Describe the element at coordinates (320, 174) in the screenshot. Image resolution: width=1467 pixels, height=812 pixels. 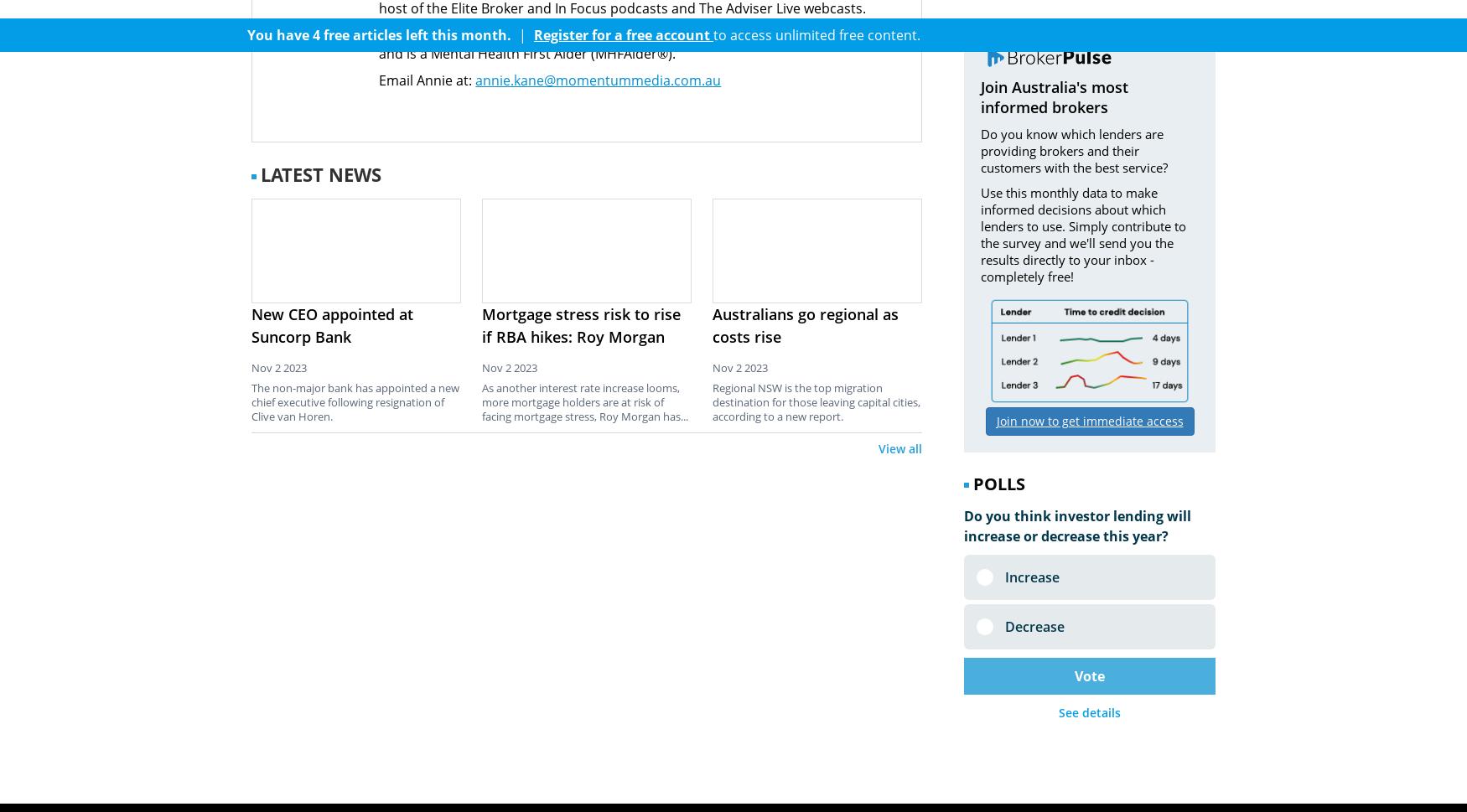
I see `'Latest News'` at that location.